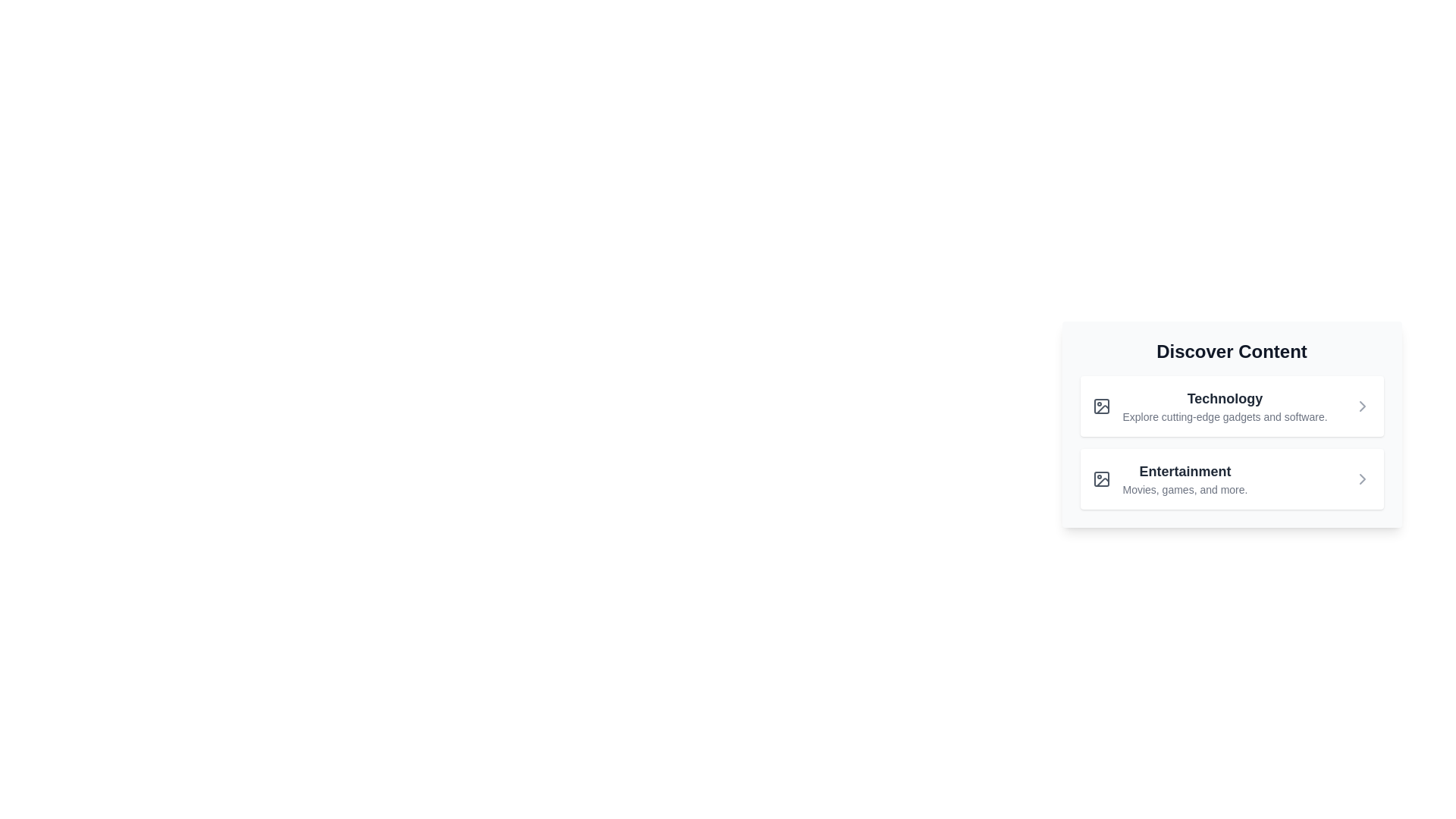 This screenshot has width=1456, height=819. Describe the element at coordinates (1101, 479) in the screenshot. I see `the larger rectangular shape with rounded corners that is part of the SVG icon positioned before the 'Entertainment' text label` at that location.